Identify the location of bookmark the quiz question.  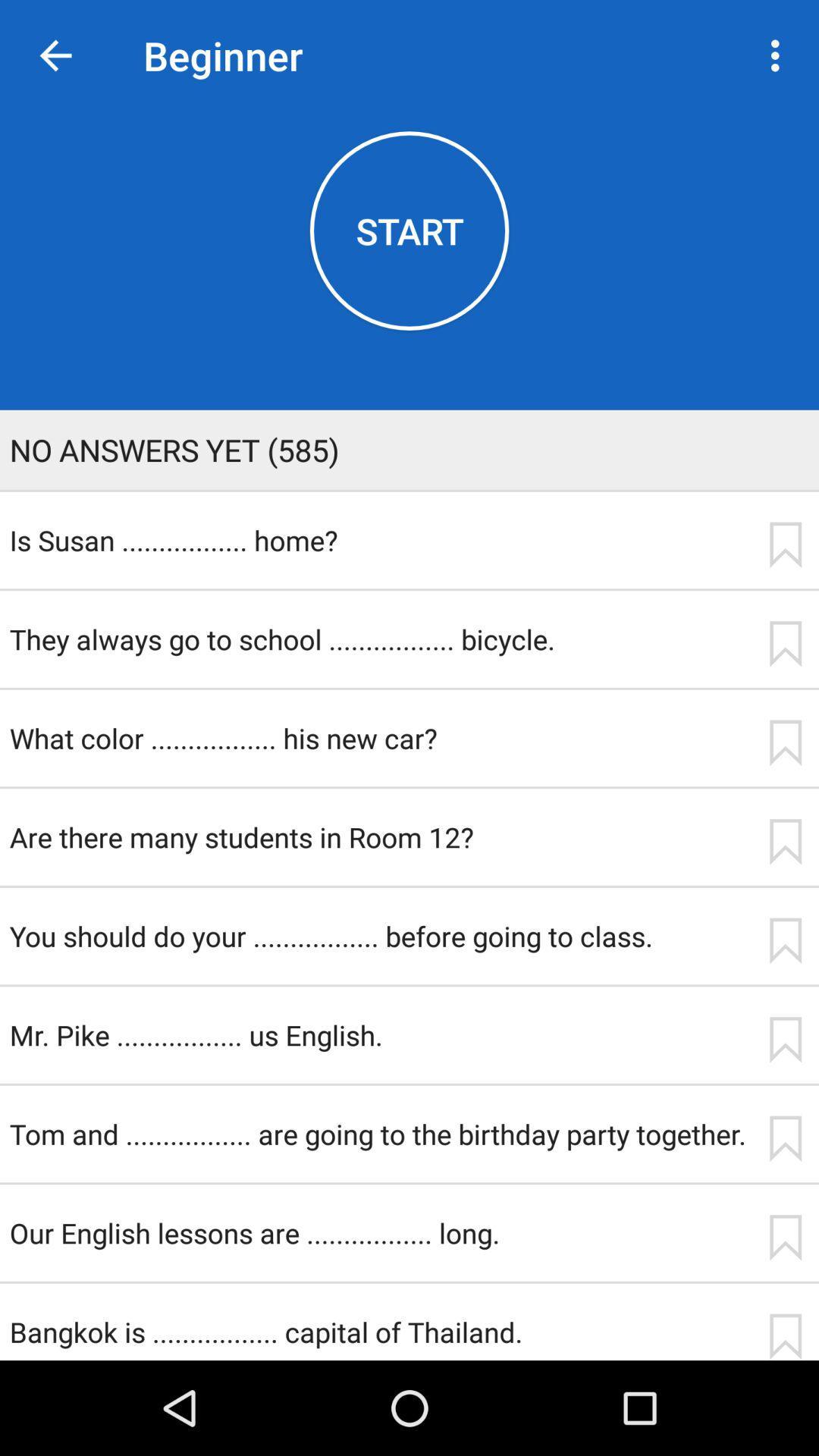
(785, 1336).